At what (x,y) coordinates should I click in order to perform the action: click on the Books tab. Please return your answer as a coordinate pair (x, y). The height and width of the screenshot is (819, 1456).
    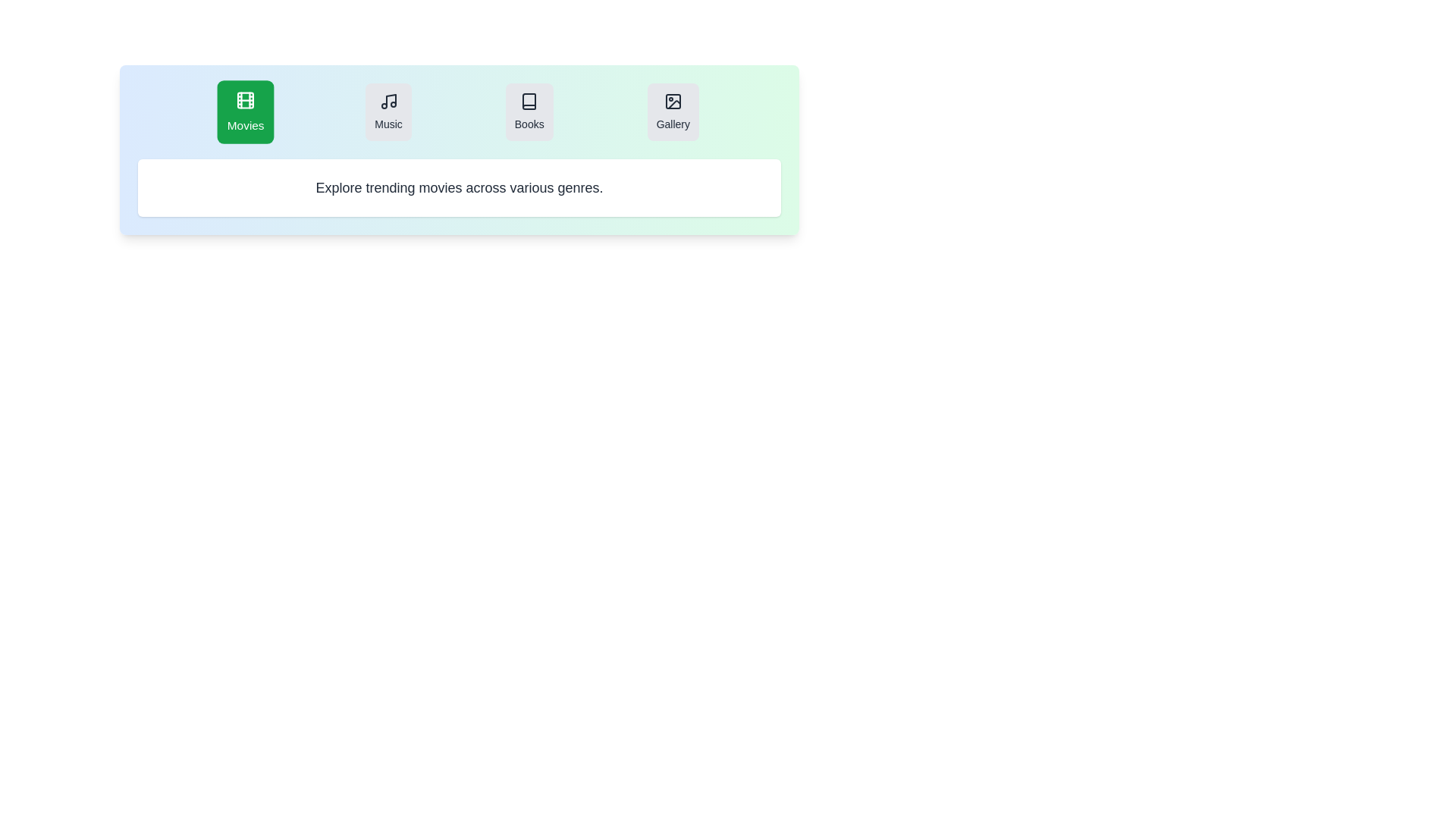
    Looking at the image, I should click on (529, 111).